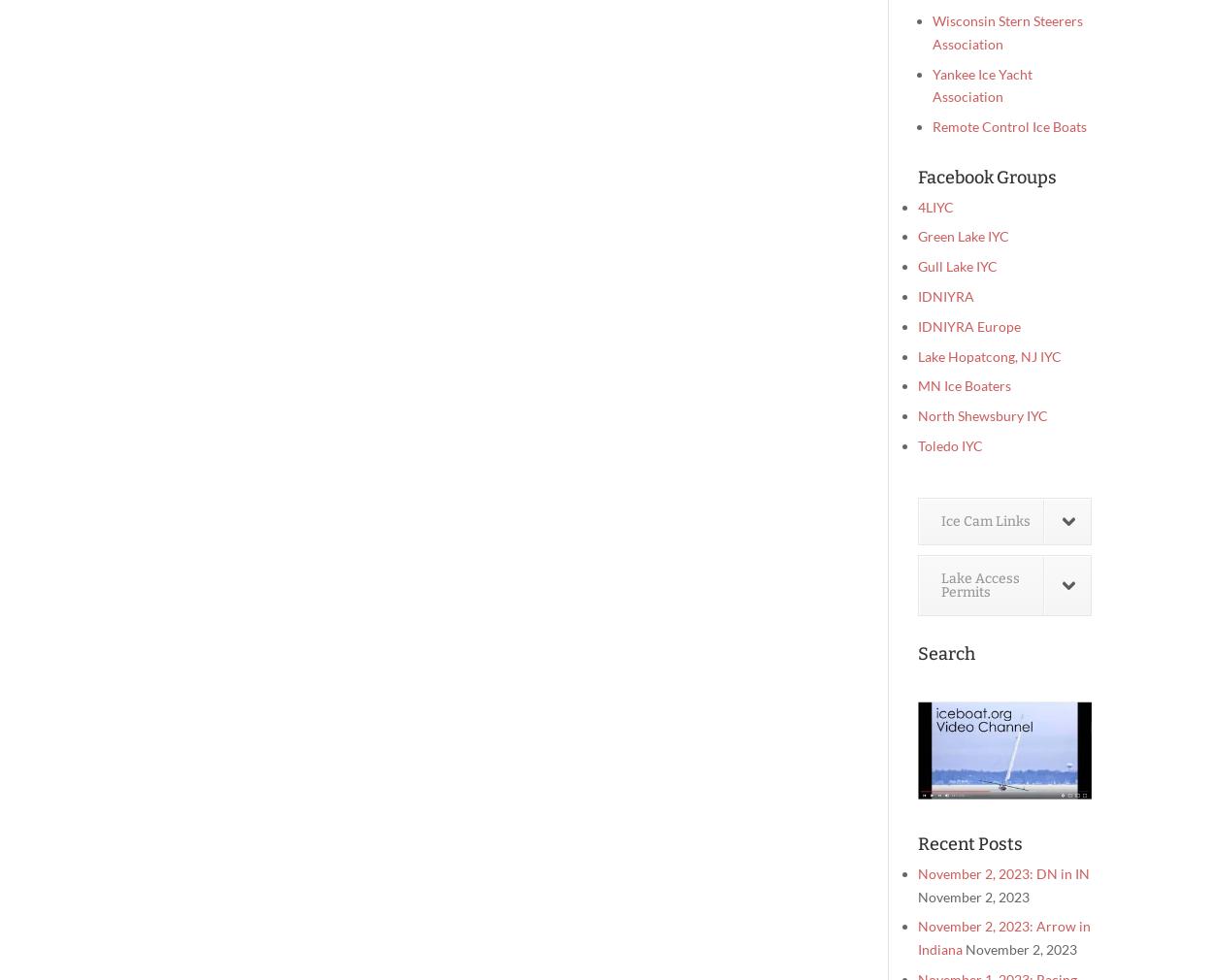 Image resolution: width=1213 pixels, height=980 pixels. What do you see at coordinates (982, 83) in the screenshot?
I see `'Yankee Ice Yacht Association'` at bounding box center [982, 83].